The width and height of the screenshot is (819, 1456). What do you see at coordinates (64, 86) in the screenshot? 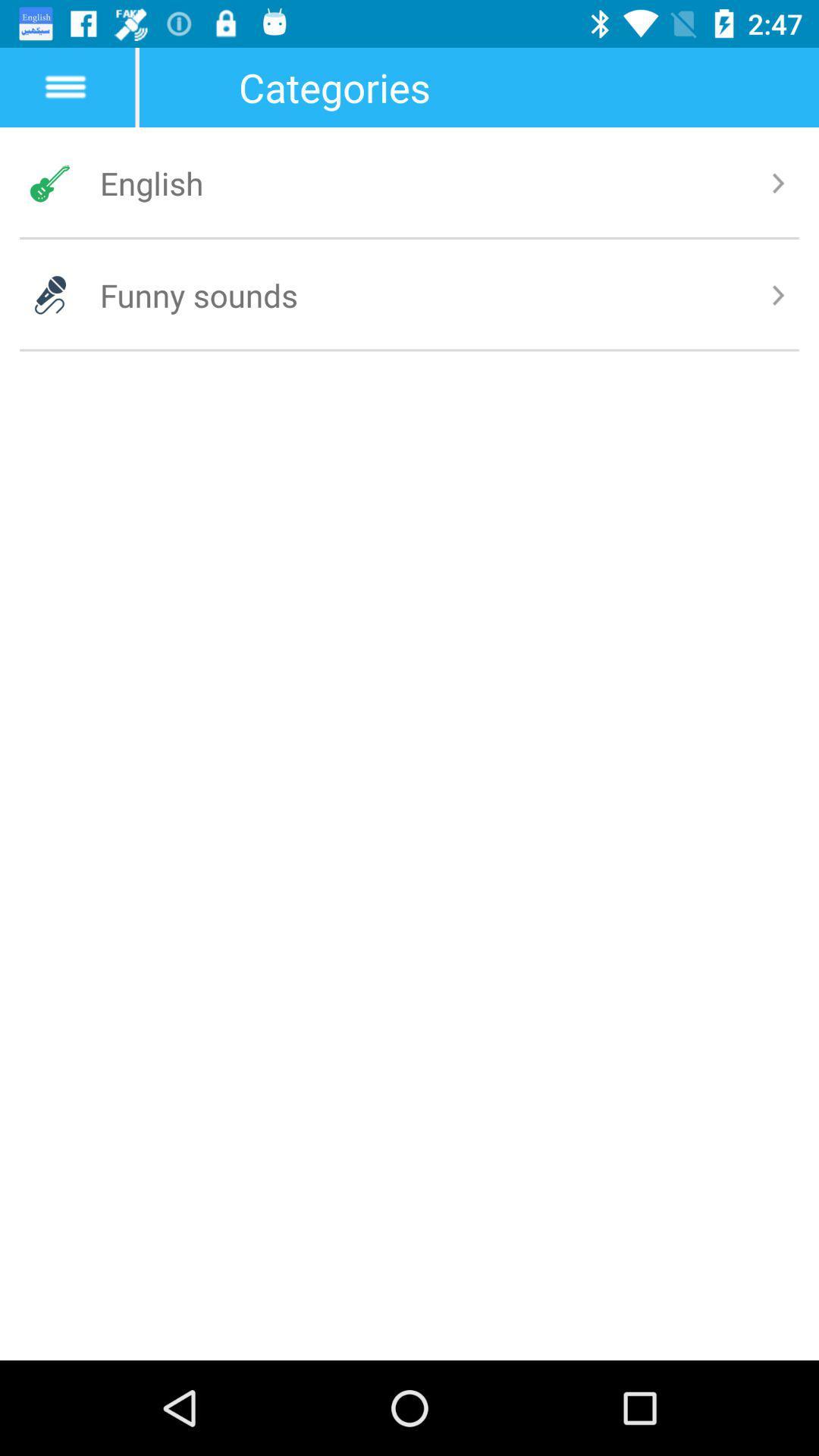
I see `the menu icon` at bounding box center [64, 86].